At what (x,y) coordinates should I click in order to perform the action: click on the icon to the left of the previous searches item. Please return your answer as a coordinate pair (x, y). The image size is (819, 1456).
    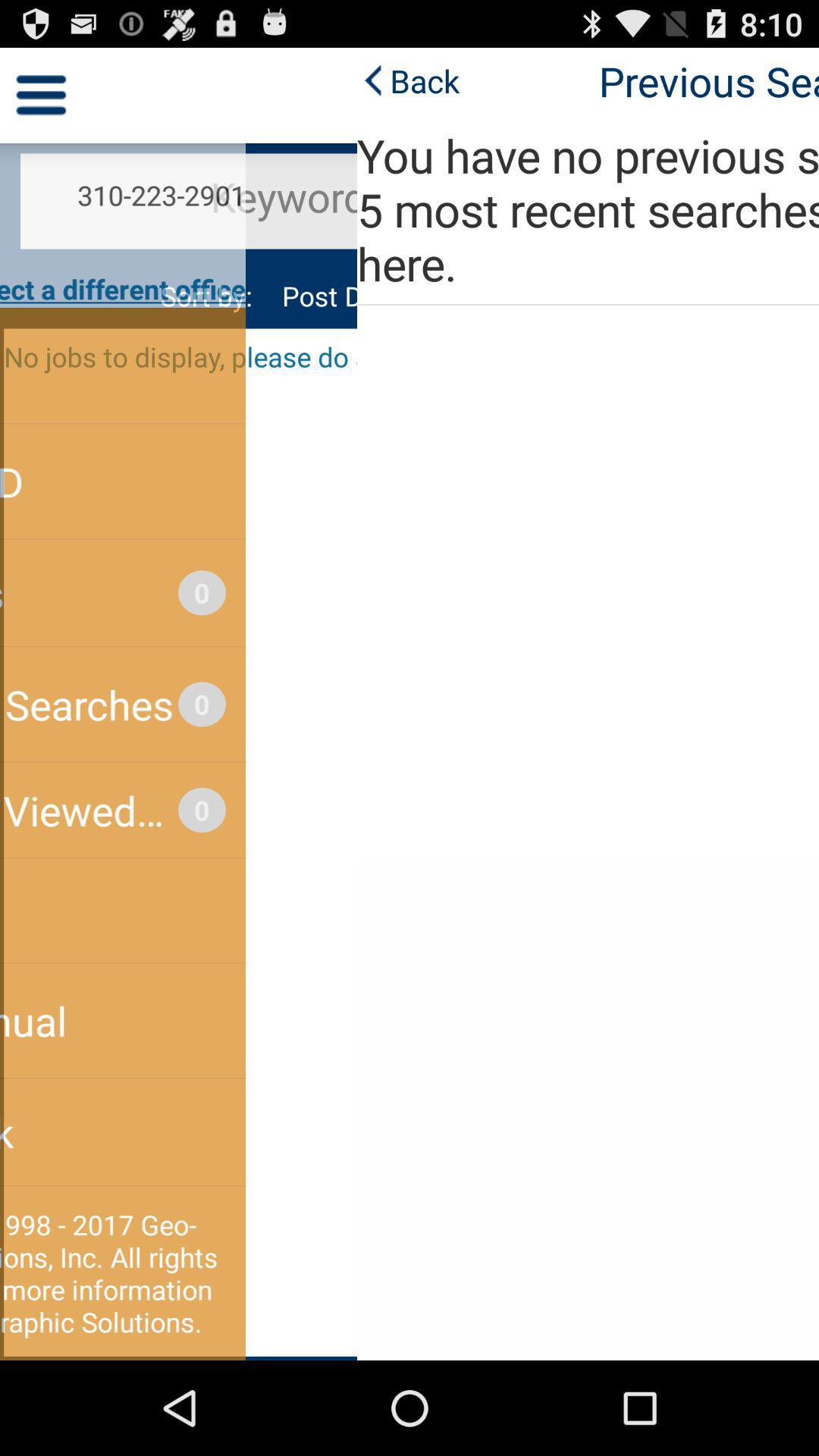
    Looking at the image, I should click on (50, 80).